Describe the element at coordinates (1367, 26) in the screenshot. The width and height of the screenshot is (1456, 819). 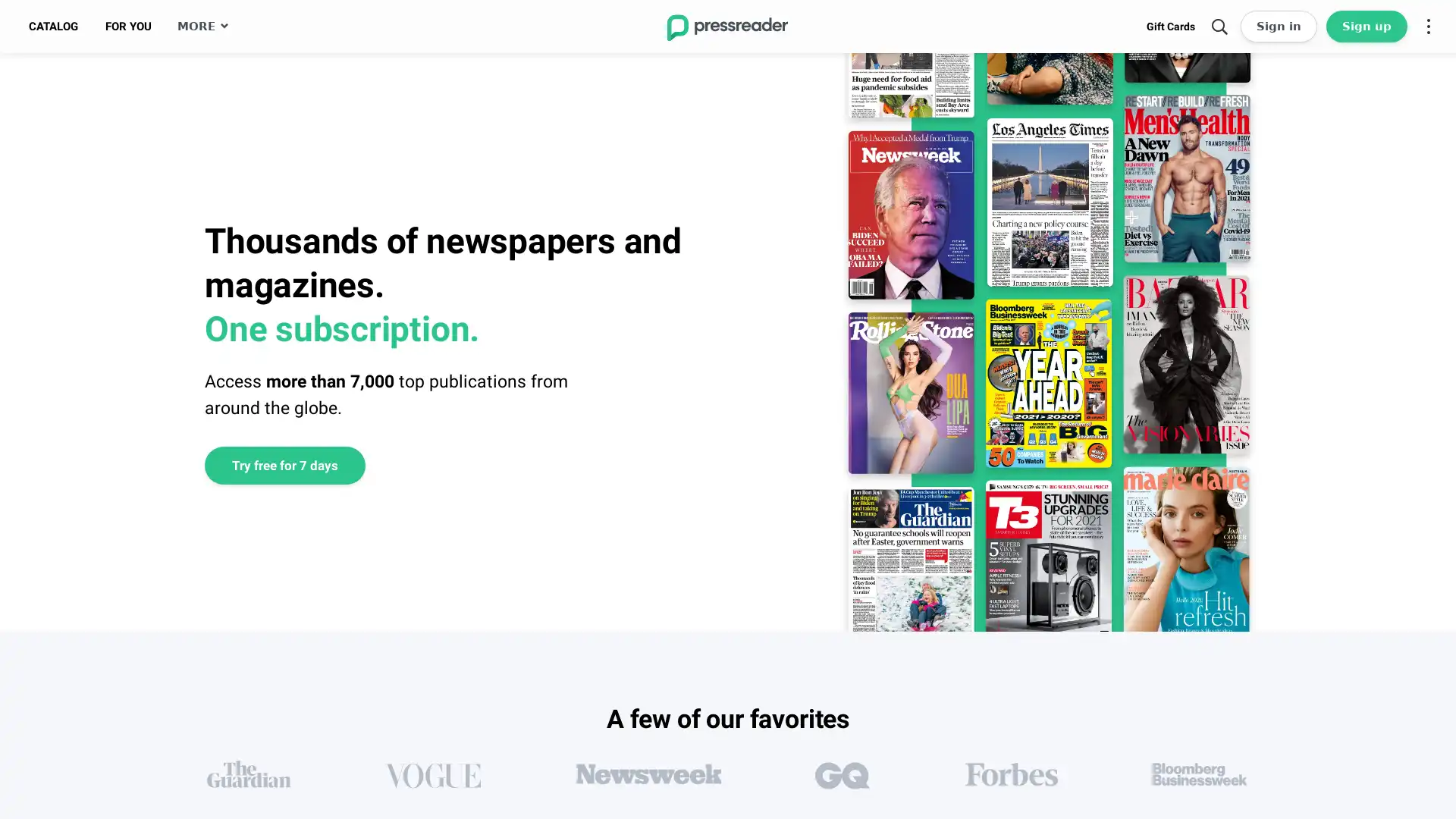
I see `Sign up` at that location.